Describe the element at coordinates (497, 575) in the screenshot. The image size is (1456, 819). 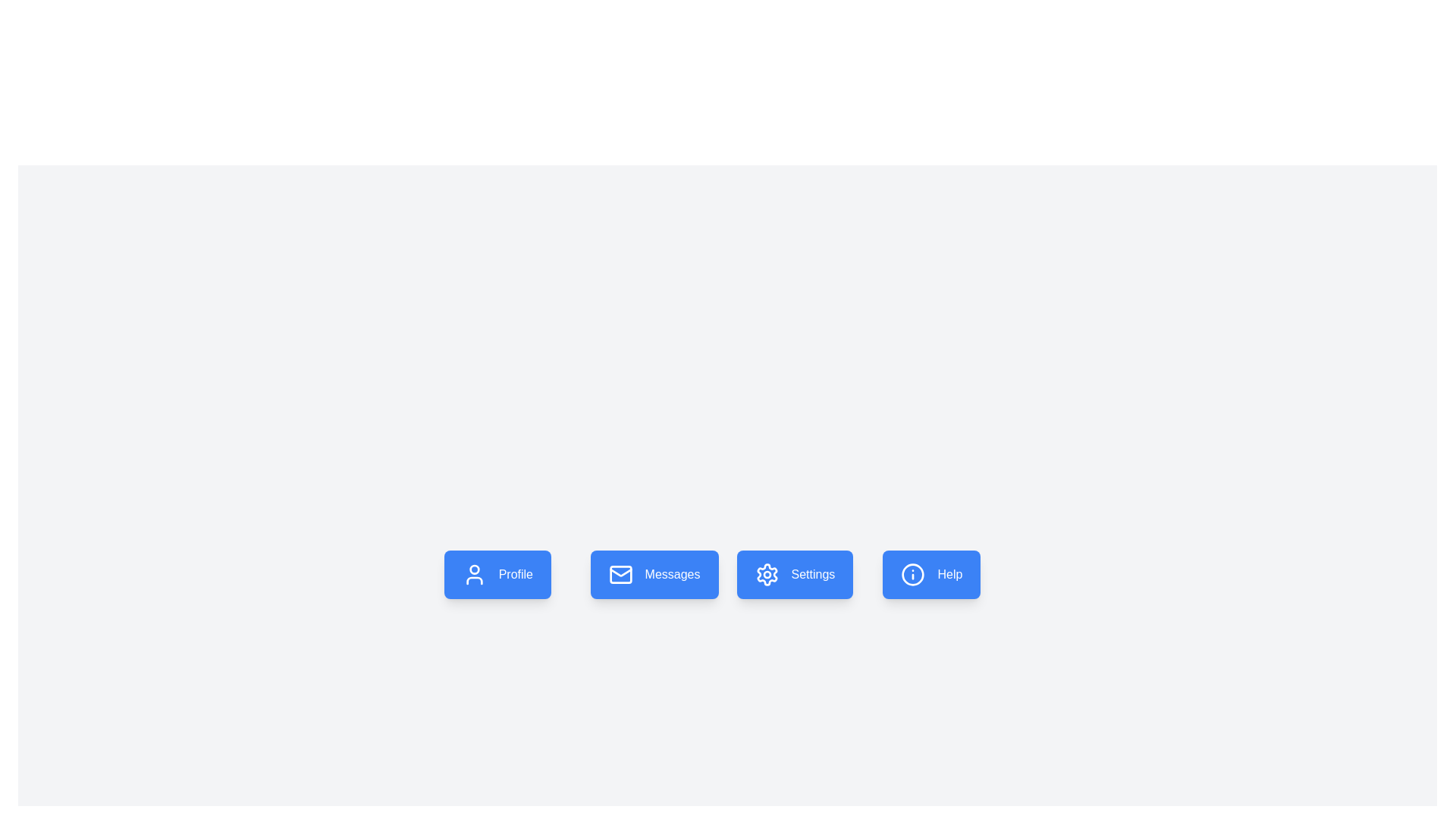
I see `the 'Profile' button, which is a rectangular button with rounded corners and a blue background` at that location.